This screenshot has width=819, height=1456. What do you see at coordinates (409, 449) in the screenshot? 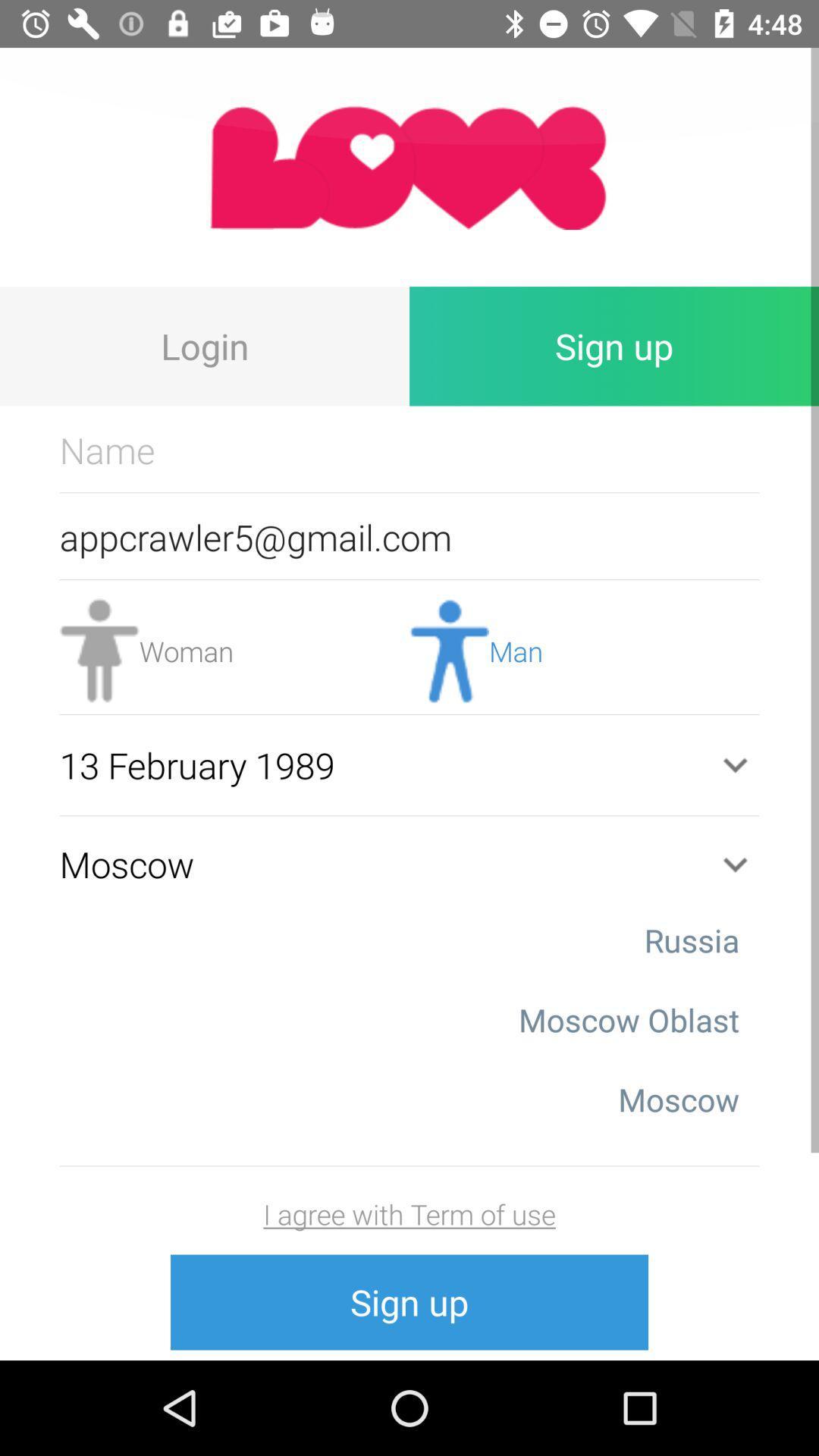
I see `name text box` at bounding box center [409, 449].